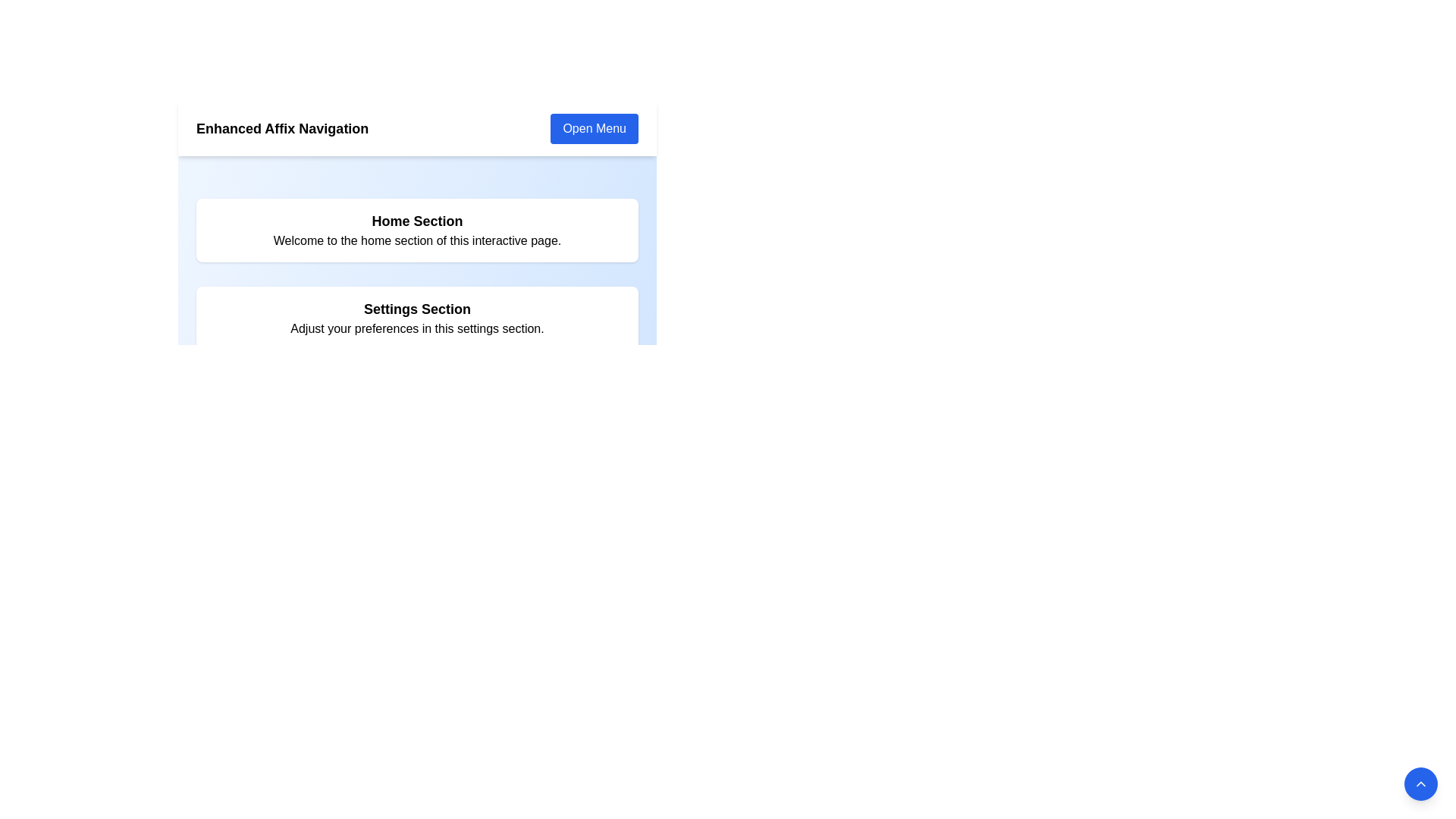  I want to click on the circular button with a blue background and white chevron icon located in the lower-right corner of the interface, so click(1420, 783).